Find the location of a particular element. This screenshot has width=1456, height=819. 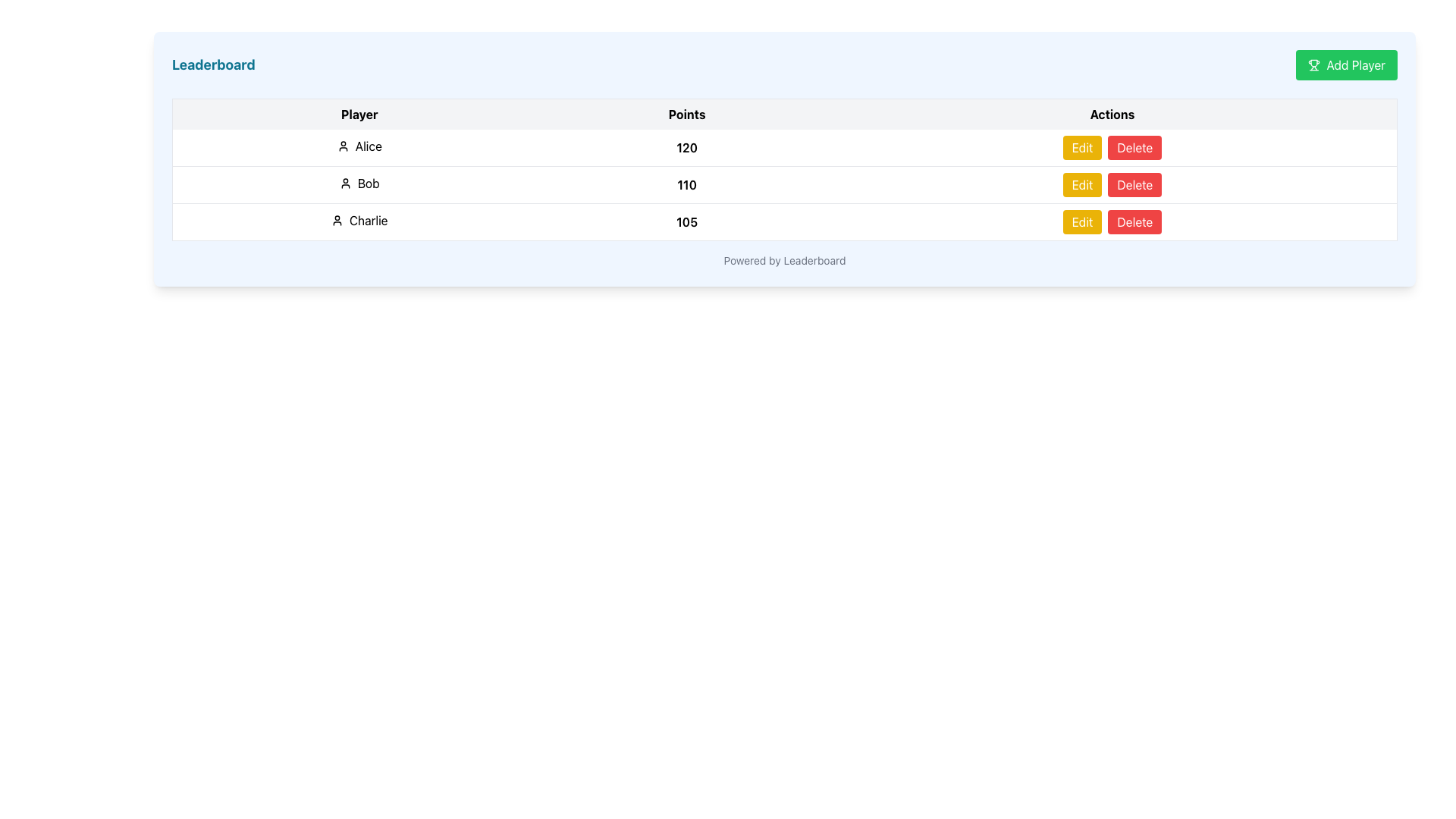

the 'Delete' button with a red background and white text in the actions column of the leaderboard for the 'Charlie' entry is located at coordinates (1134, 222).